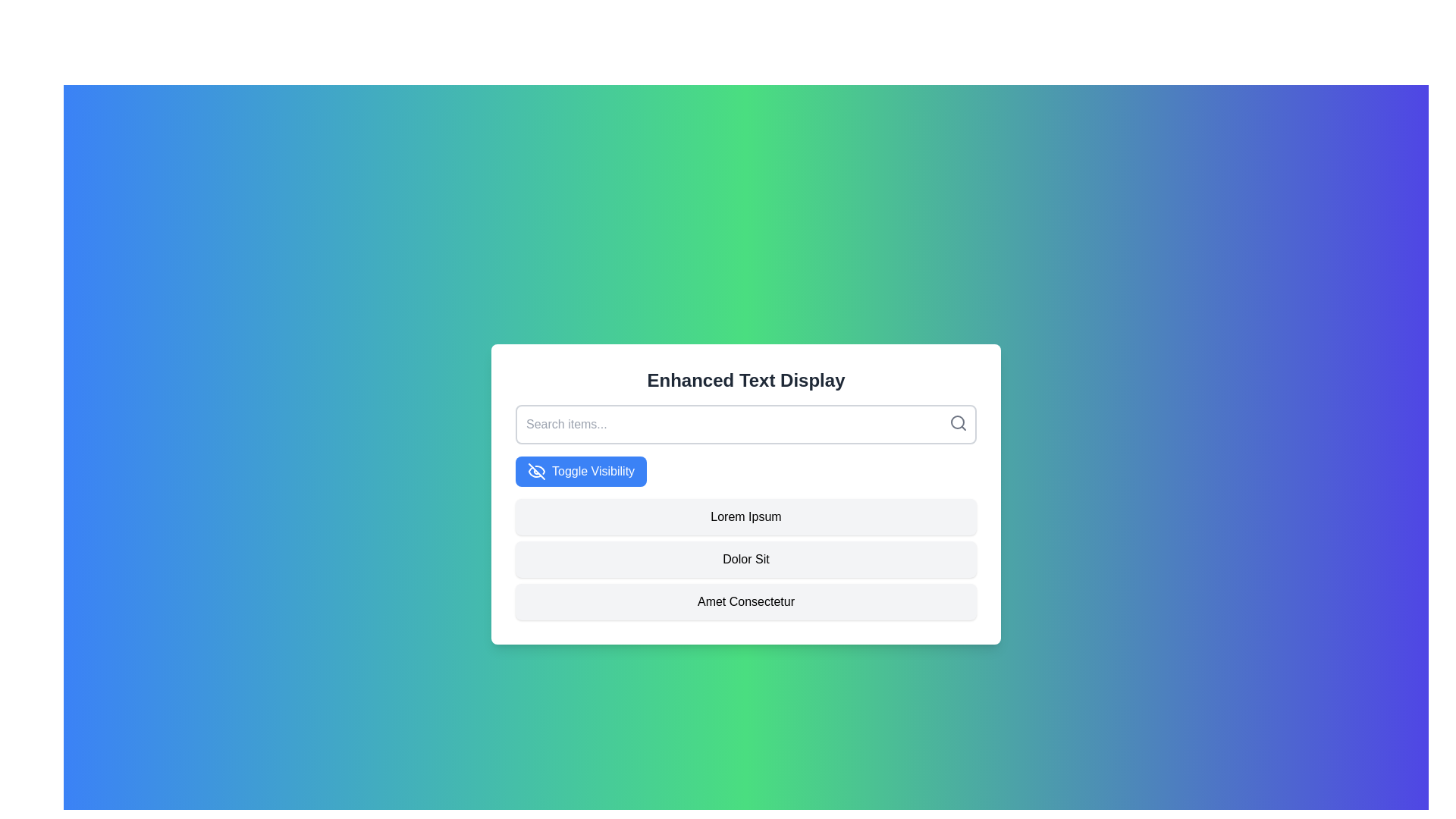 The image size is (1456, 819). What do you see at coordinates (580, 470) in the screenshot?
I see `the 'Toggle Visibility' button with a blue background and white text` at bounding box center [580, 470].